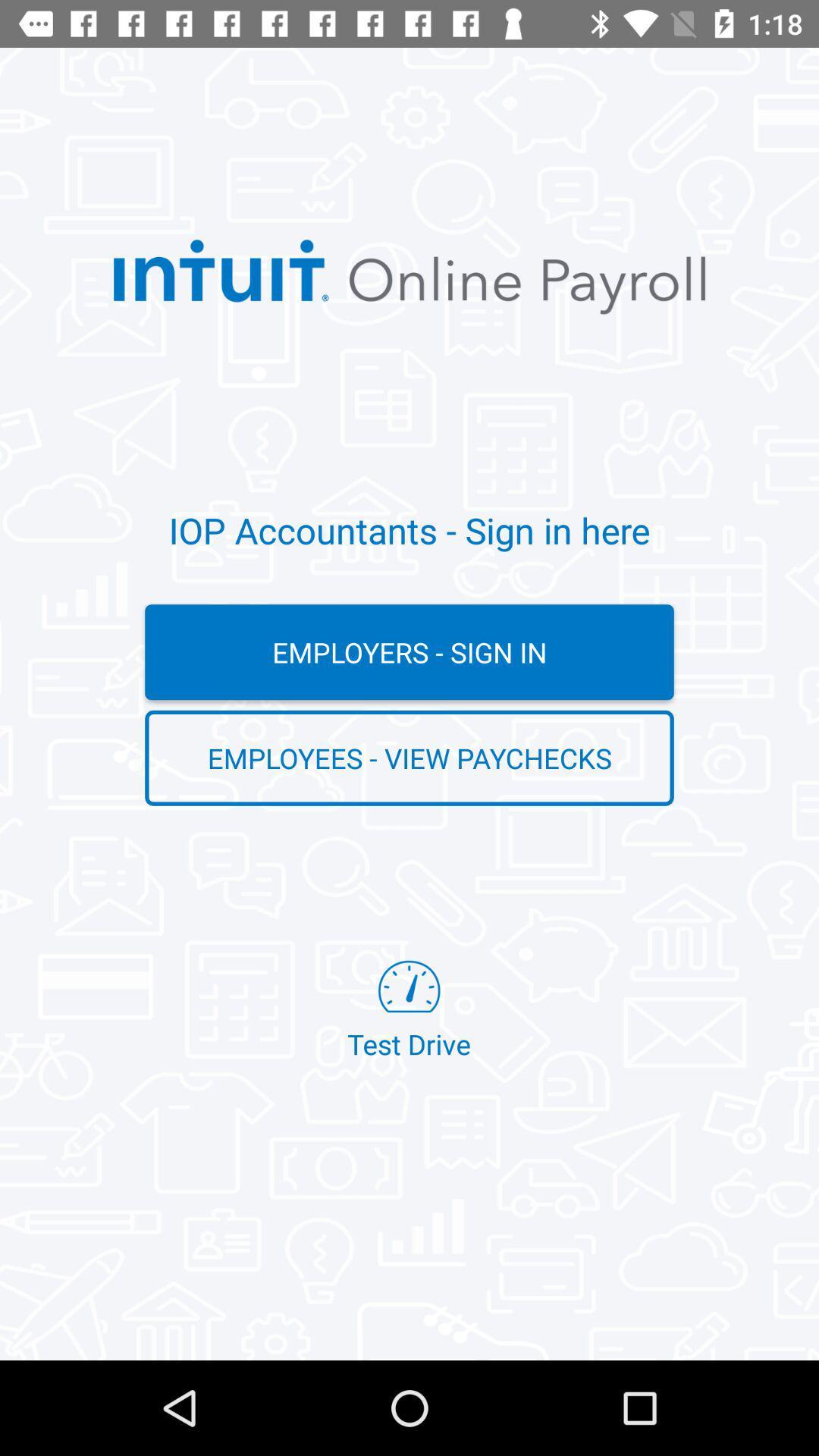 The image size is (819, 1456). Describe the element at coordinates (408, 1011) in the screenshot. I see `test drive item` at that location.